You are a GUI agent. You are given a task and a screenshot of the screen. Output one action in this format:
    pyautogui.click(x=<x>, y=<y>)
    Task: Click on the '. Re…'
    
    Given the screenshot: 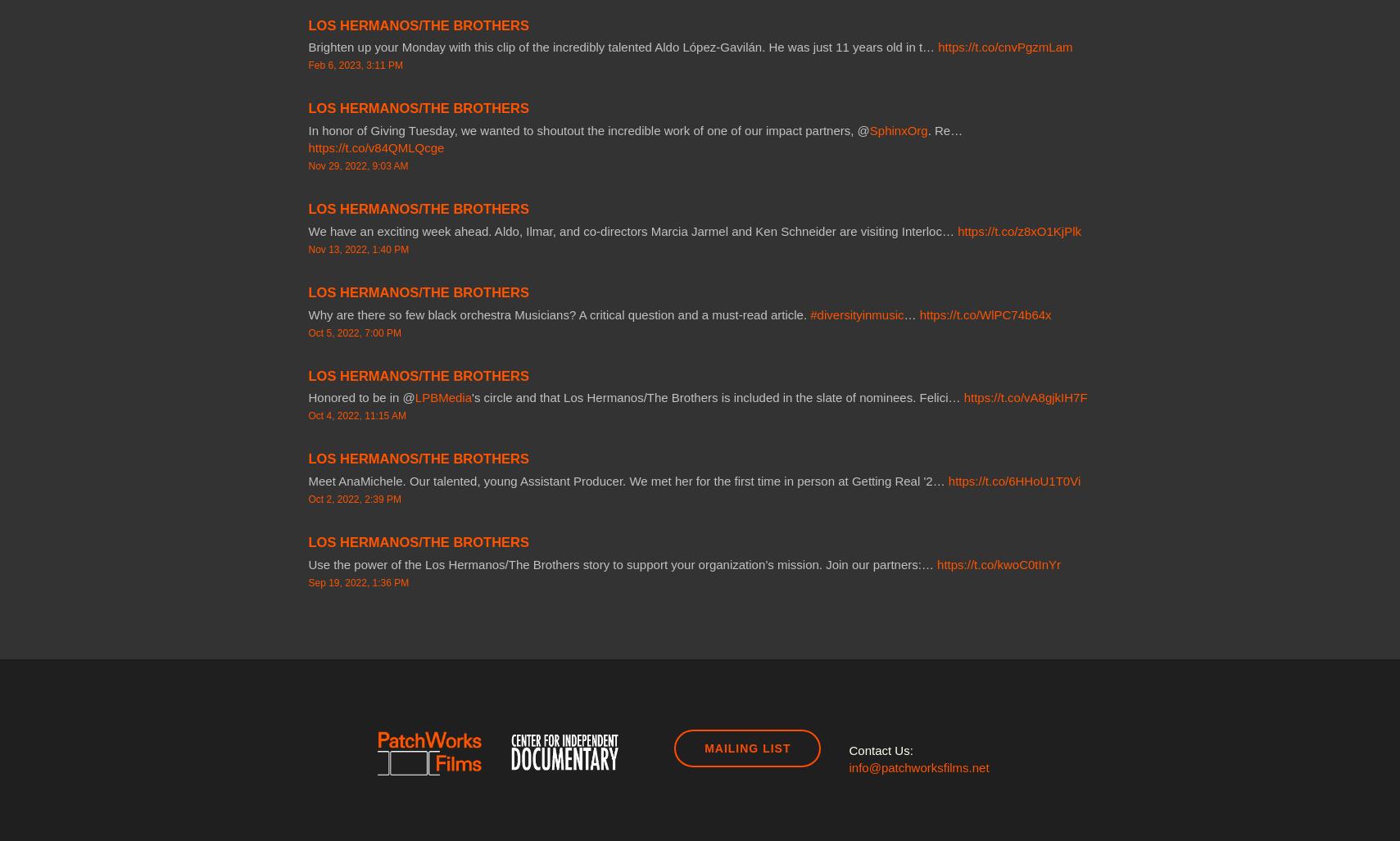 What is the action you would take?
    pyautogui.click(x=945, y=130)
    